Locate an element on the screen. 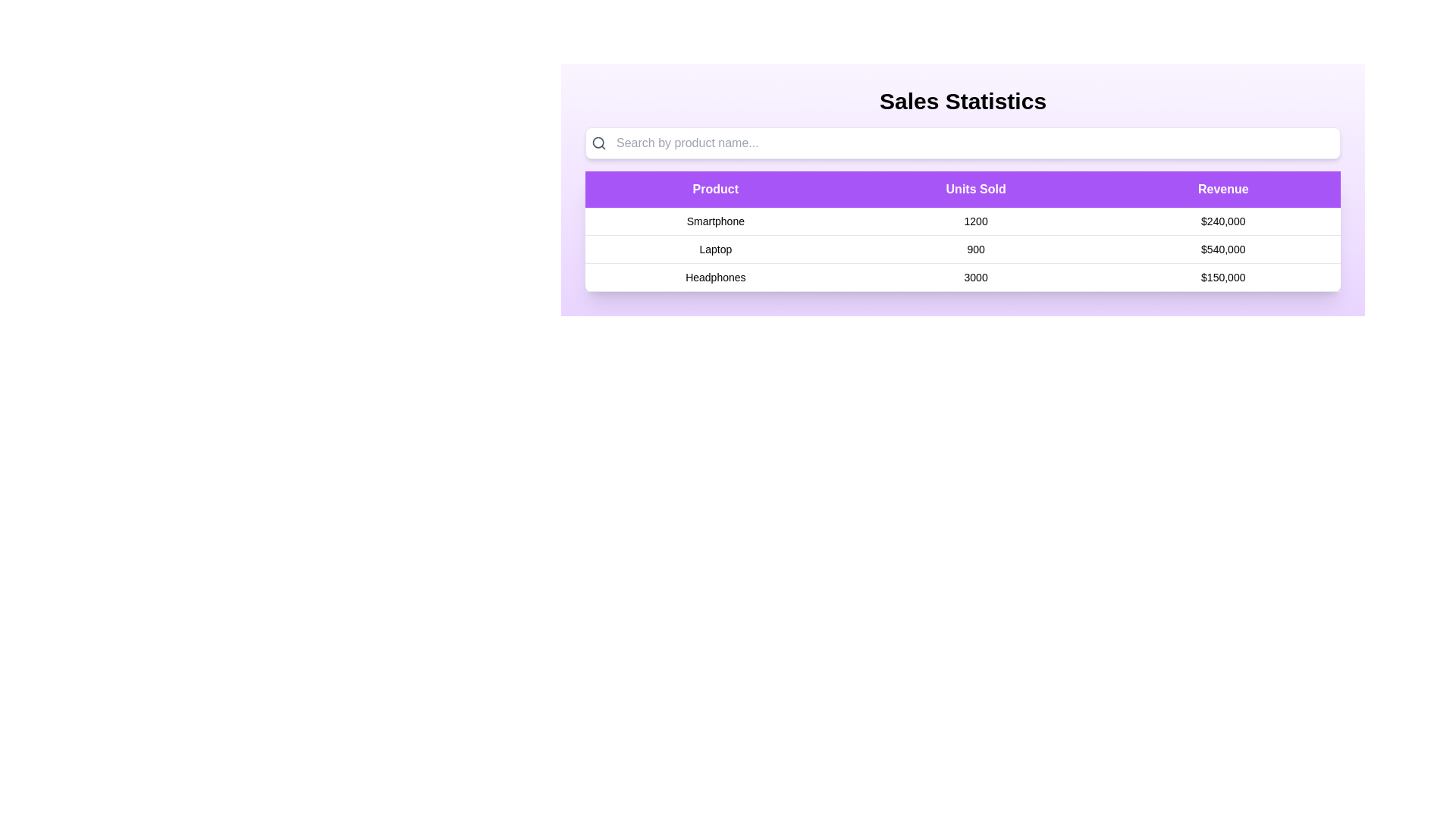  the table row corresponding to Headphones is located at coordinates (714, 278).